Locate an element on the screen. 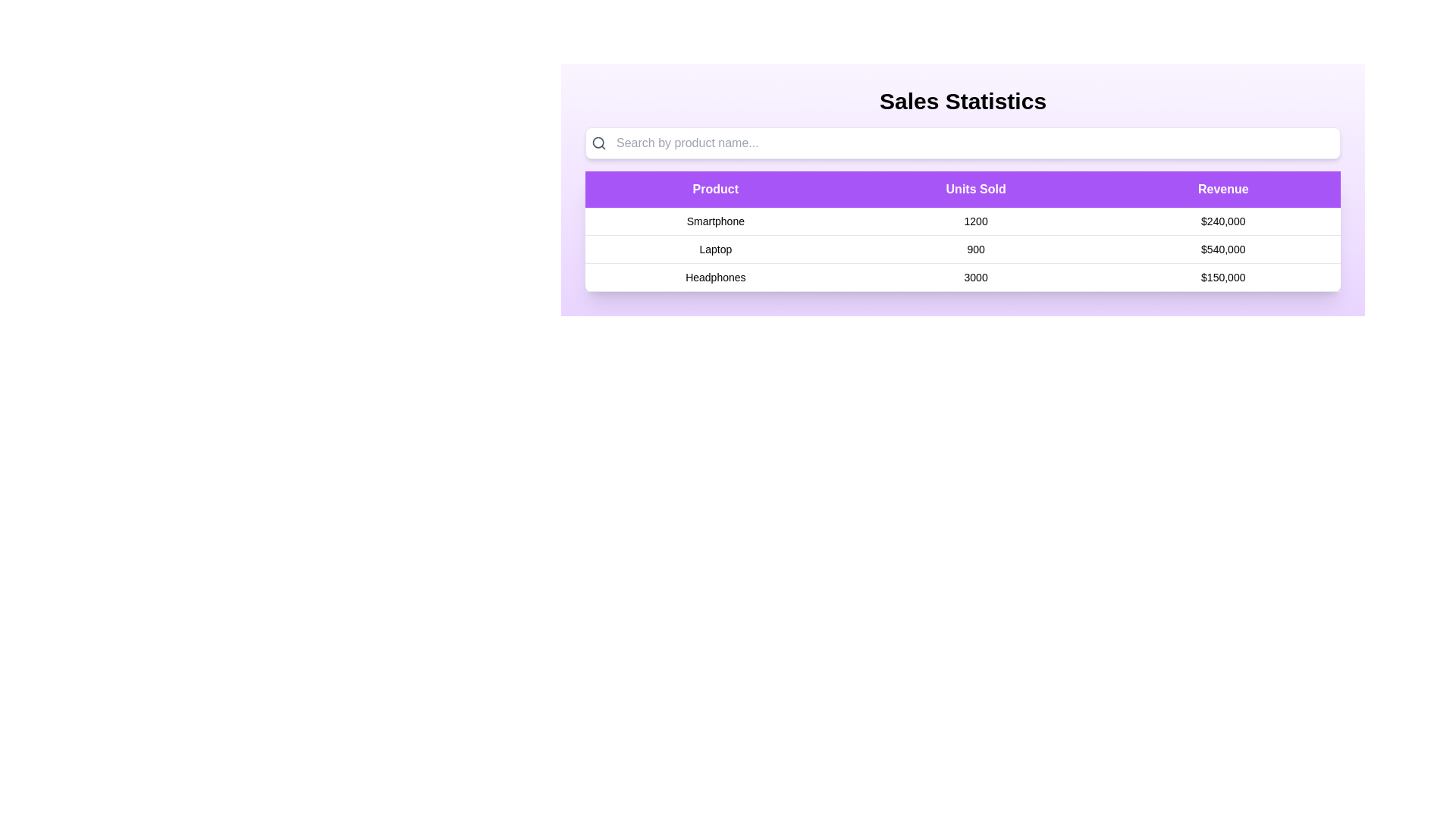  the table row corresponding to Headphones is located at coordinates (714, 278).